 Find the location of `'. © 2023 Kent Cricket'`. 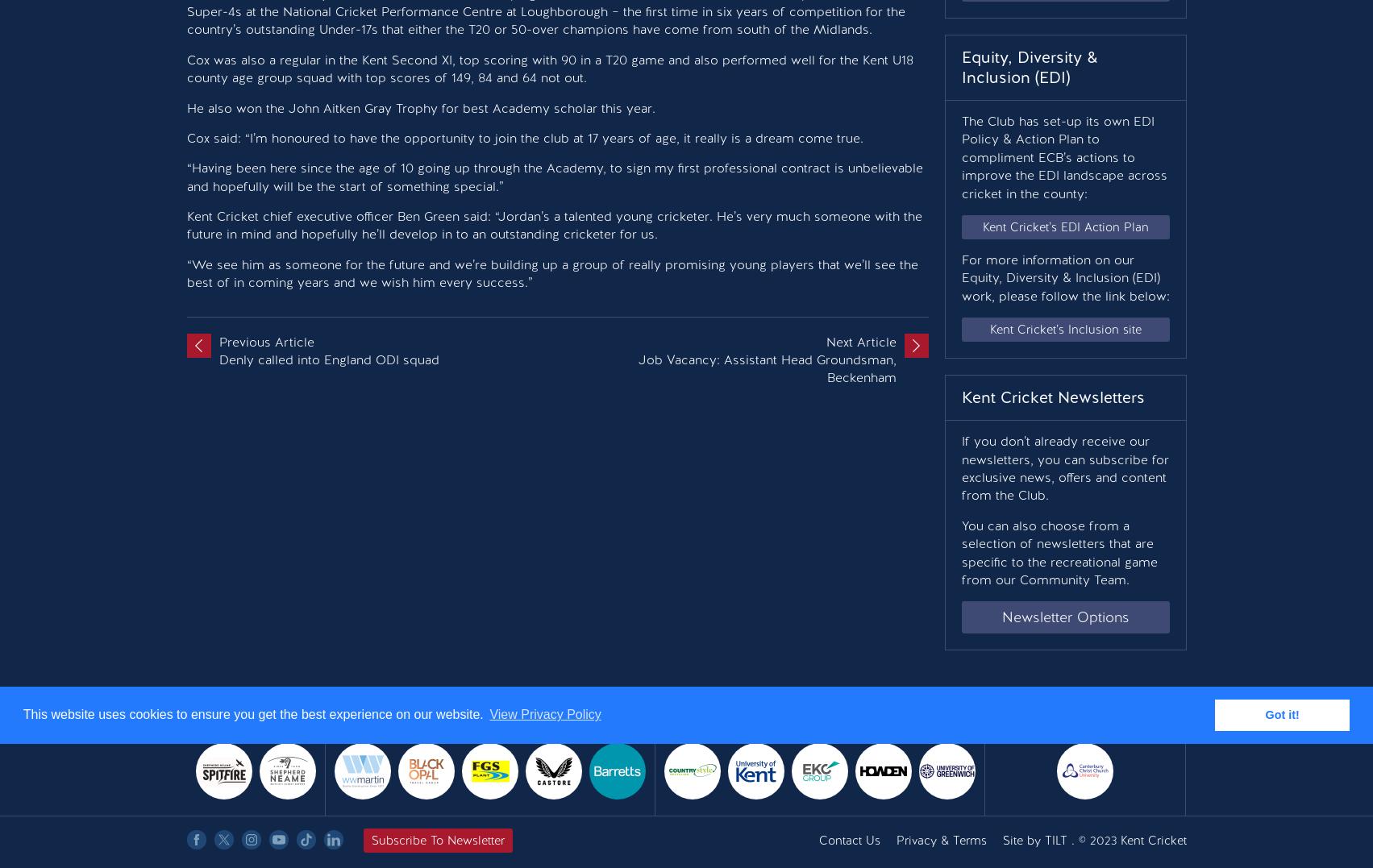

'. © 2023 Kent Cricket' is located at coordinates (1066, 840).